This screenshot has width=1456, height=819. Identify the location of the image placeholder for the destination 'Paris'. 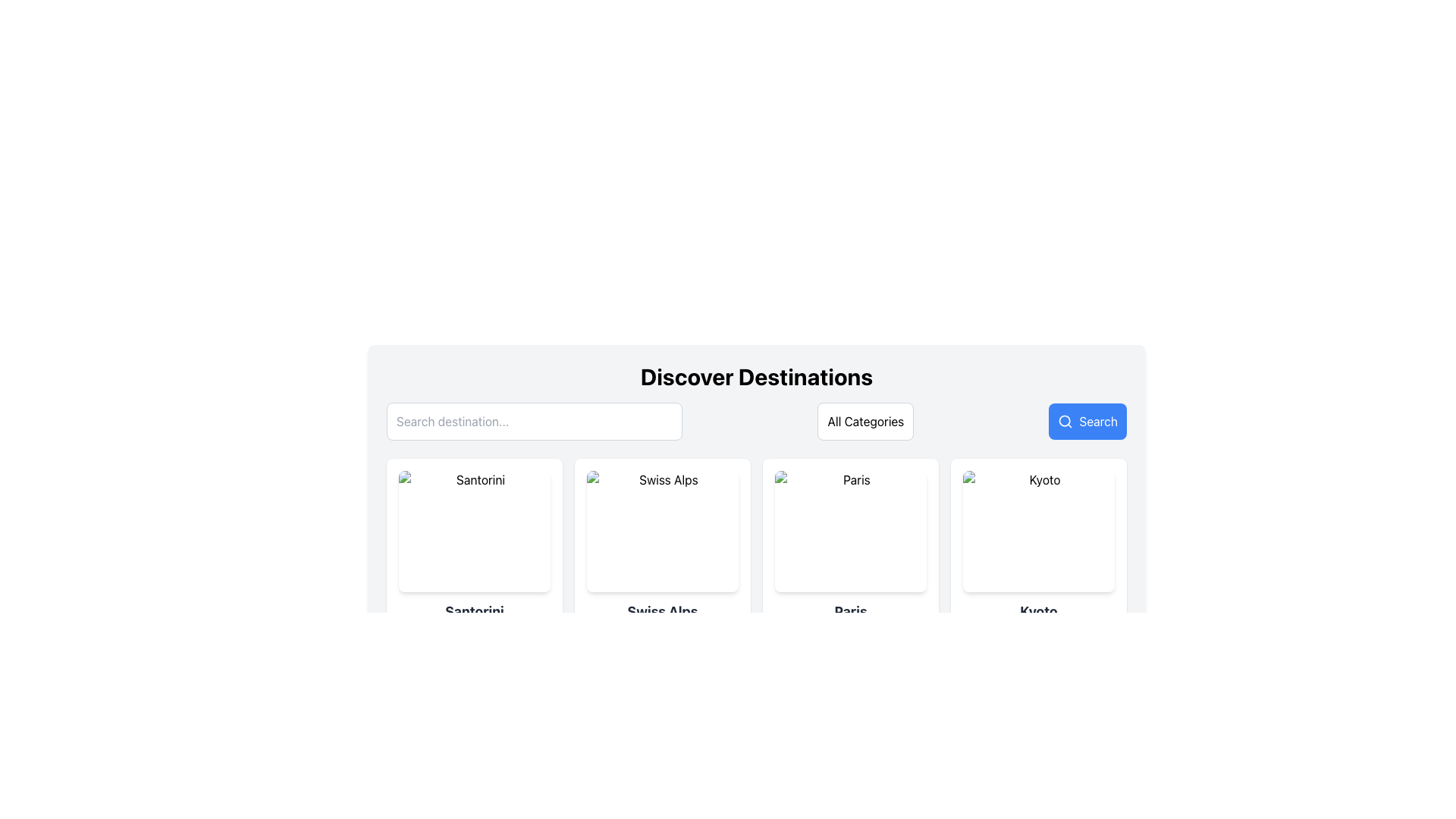
(851, 531).